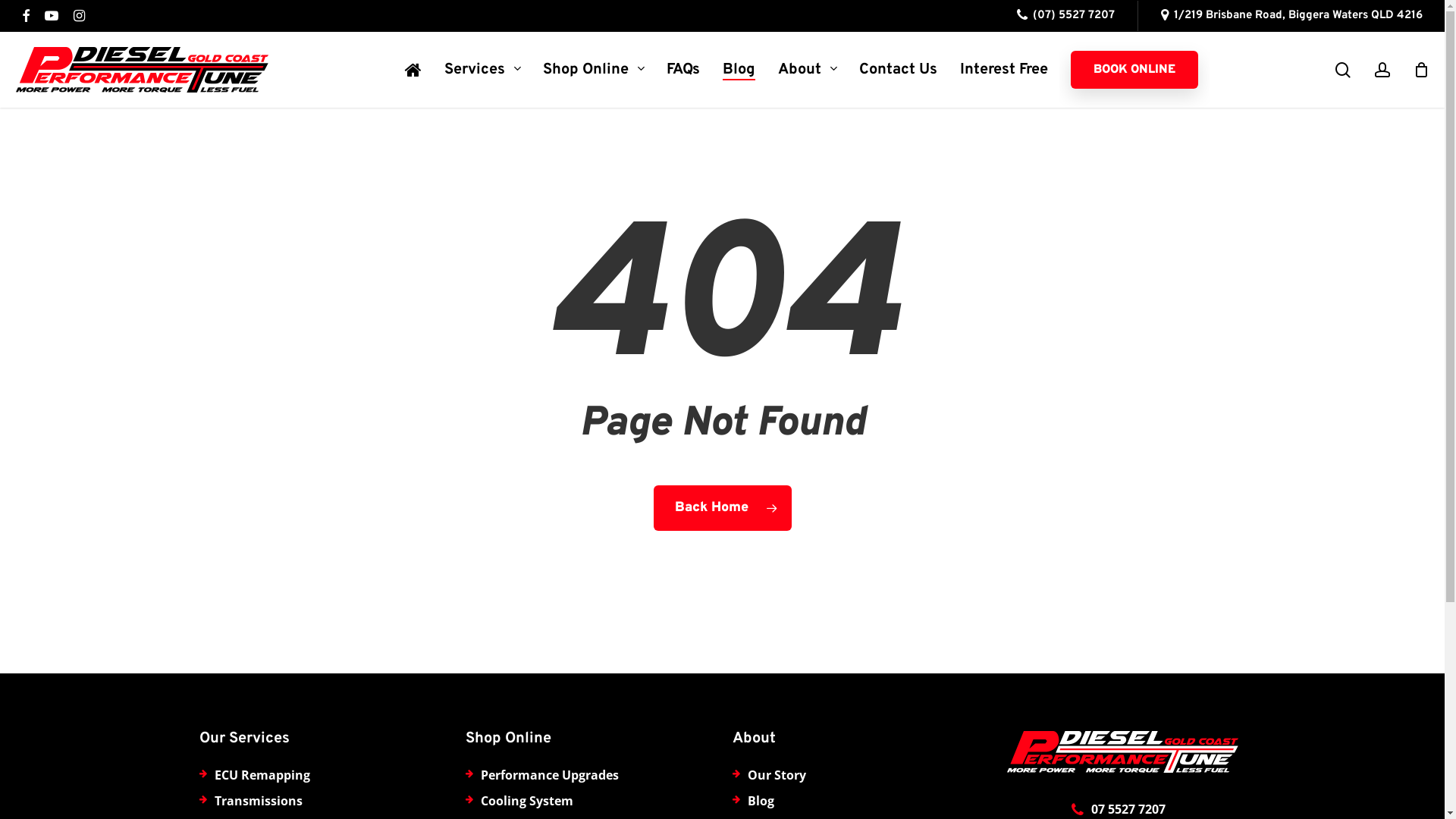 The width and height of the screenshot is (1456, 819). Describe the element at coordinates (898, 70) in the screenshot. I see `'Contact Us'` at that location.